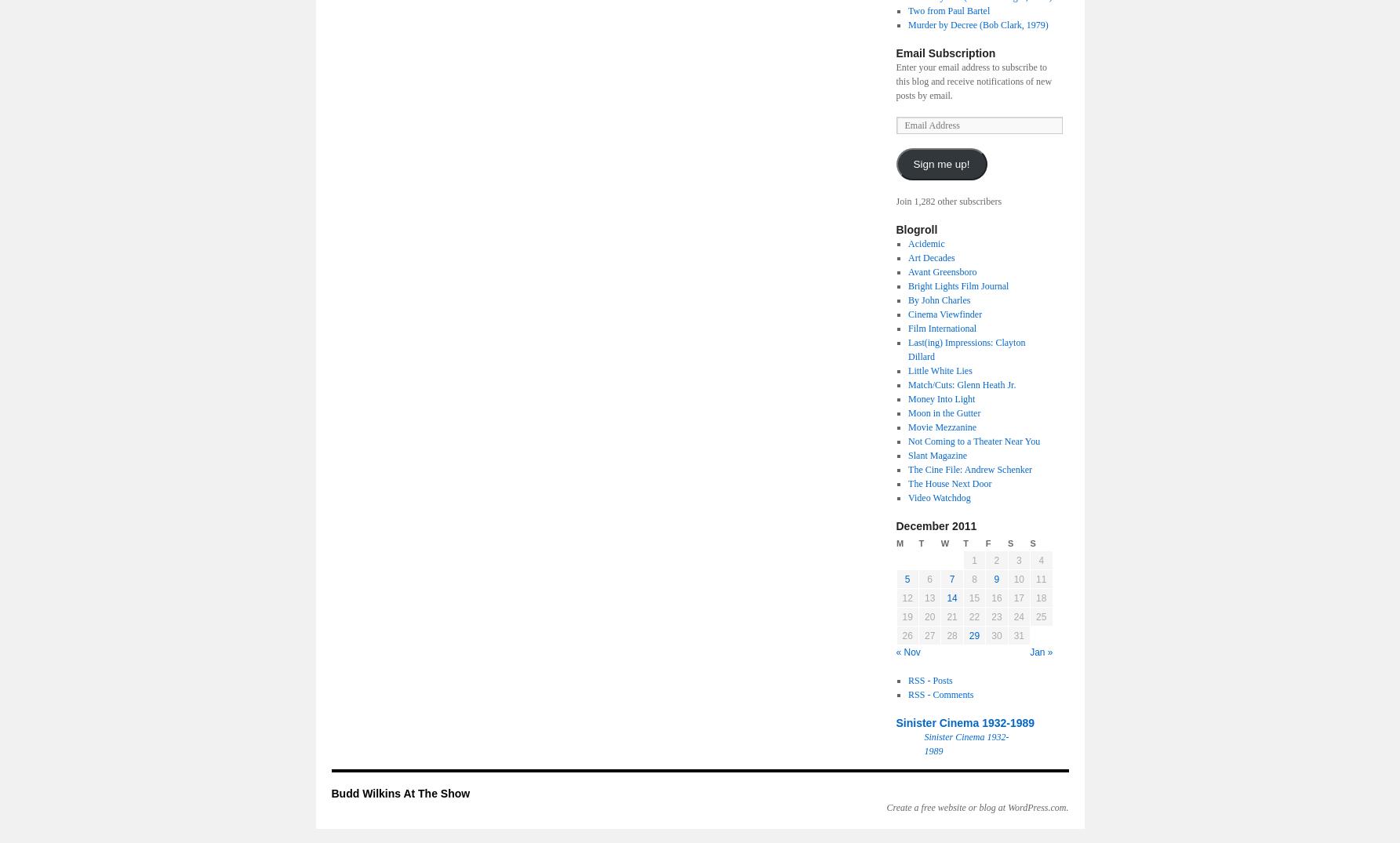 This screenshot has width=1400, height=843. I want to click on 'Movie Mezzanine', so click(941, 427).